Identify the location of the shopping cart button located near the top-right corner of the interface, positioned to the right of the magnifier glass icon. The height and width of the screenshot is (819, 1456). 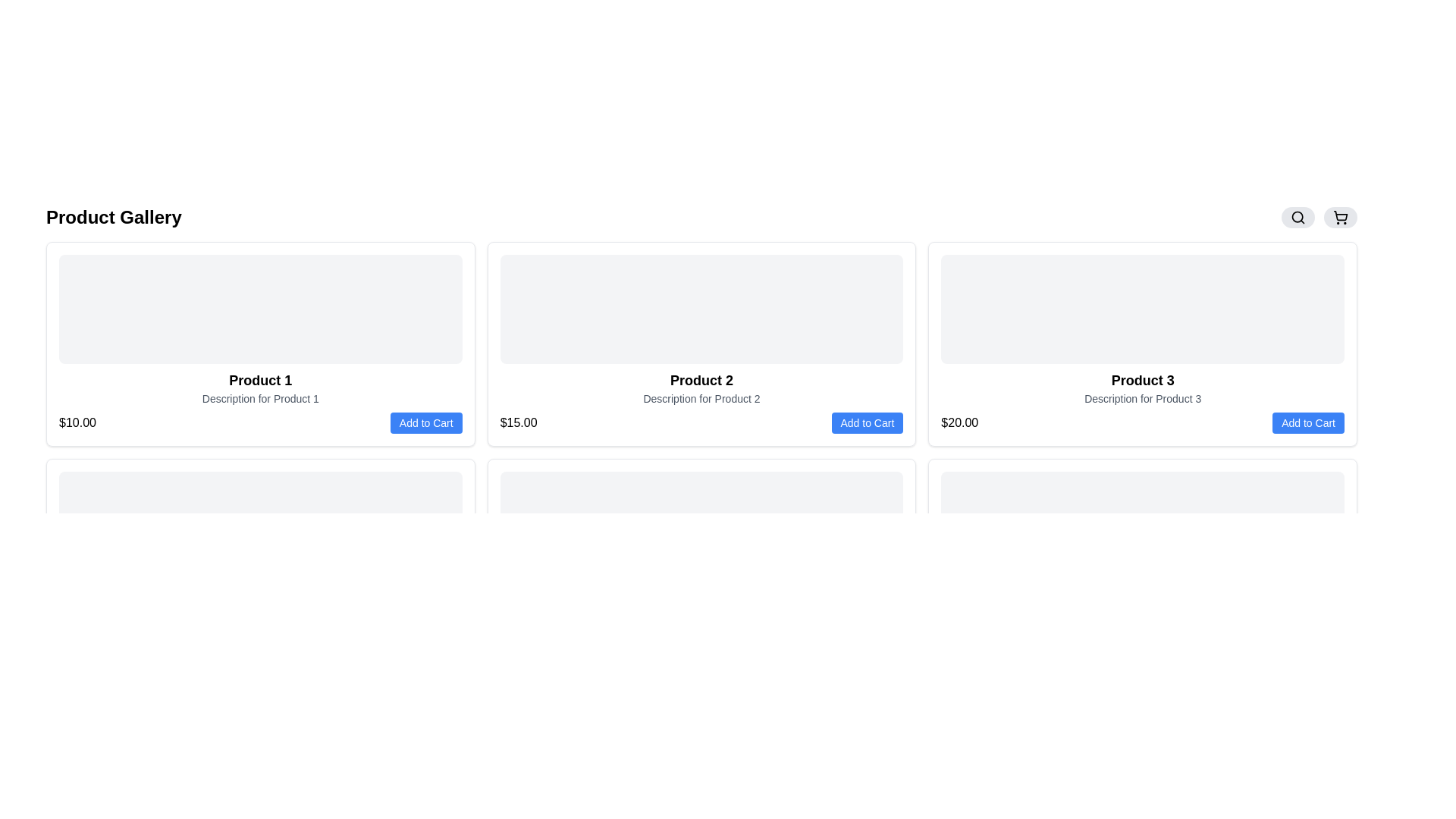
(1340, 217).